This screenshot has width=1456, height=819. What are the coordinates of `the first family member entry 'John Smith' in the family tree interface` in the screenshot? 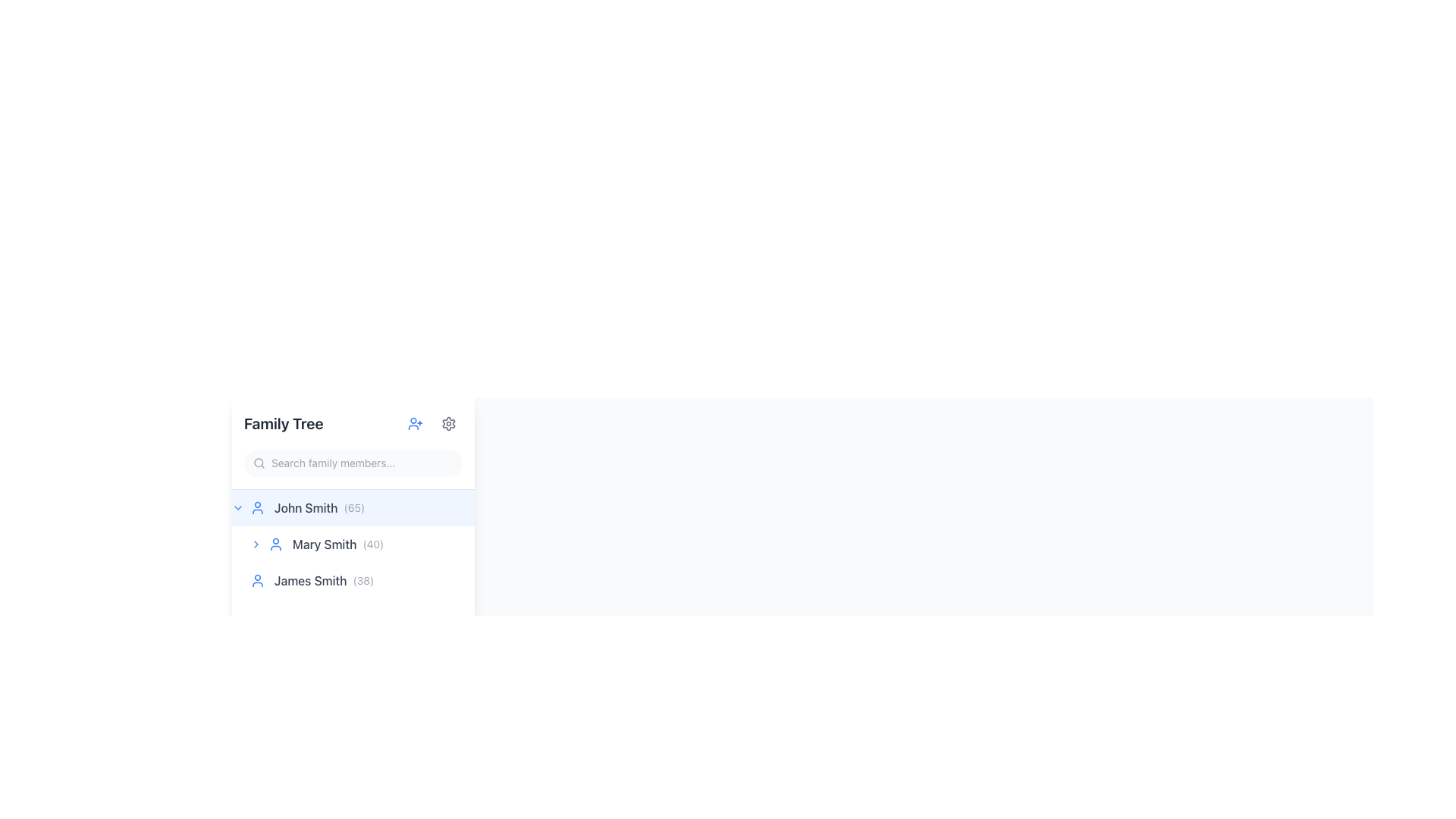 It's located at (352, 508).